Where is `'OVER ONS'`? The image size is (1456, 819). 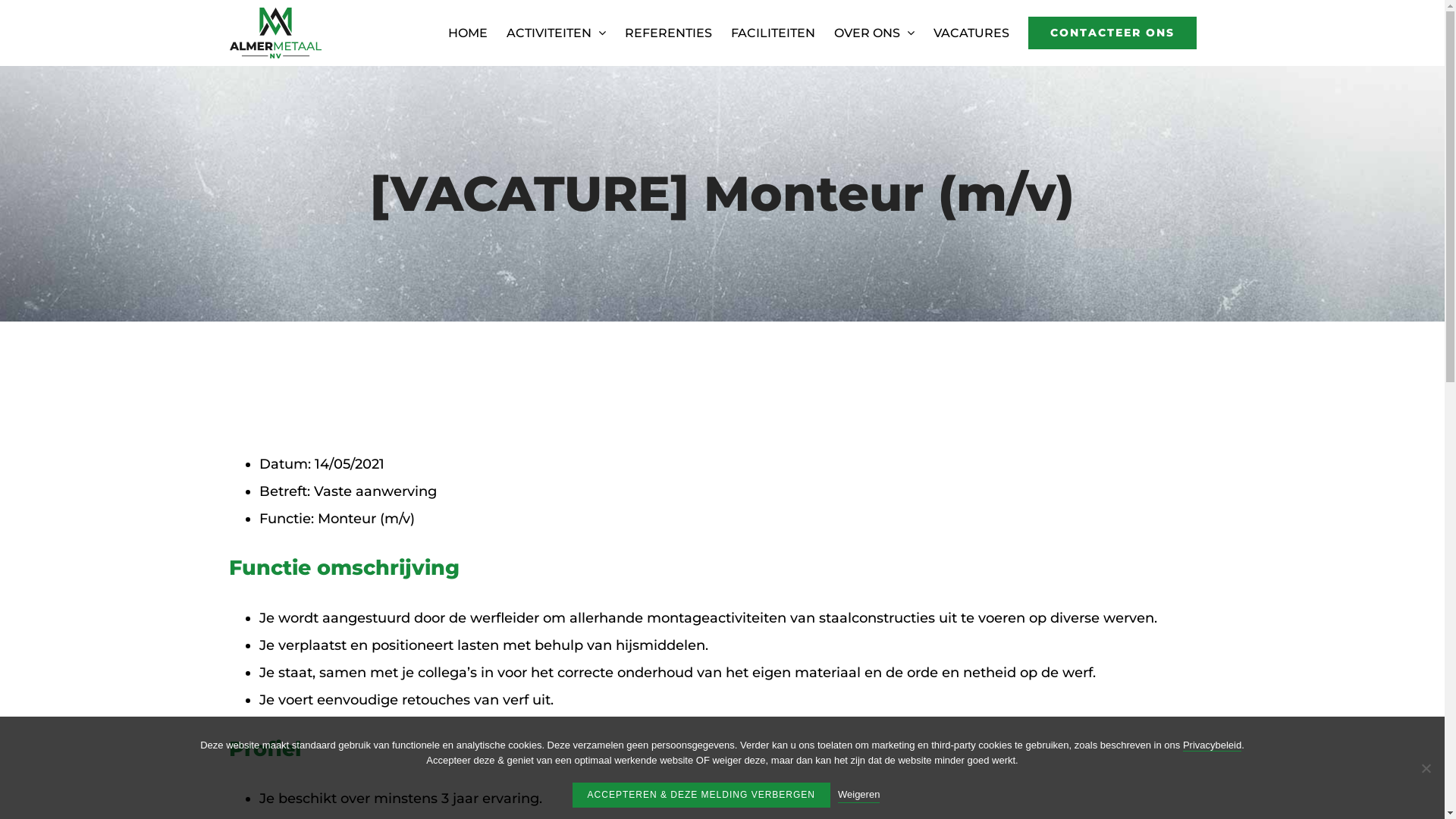 'OVER ONS' is located at coordinates (874, 33).